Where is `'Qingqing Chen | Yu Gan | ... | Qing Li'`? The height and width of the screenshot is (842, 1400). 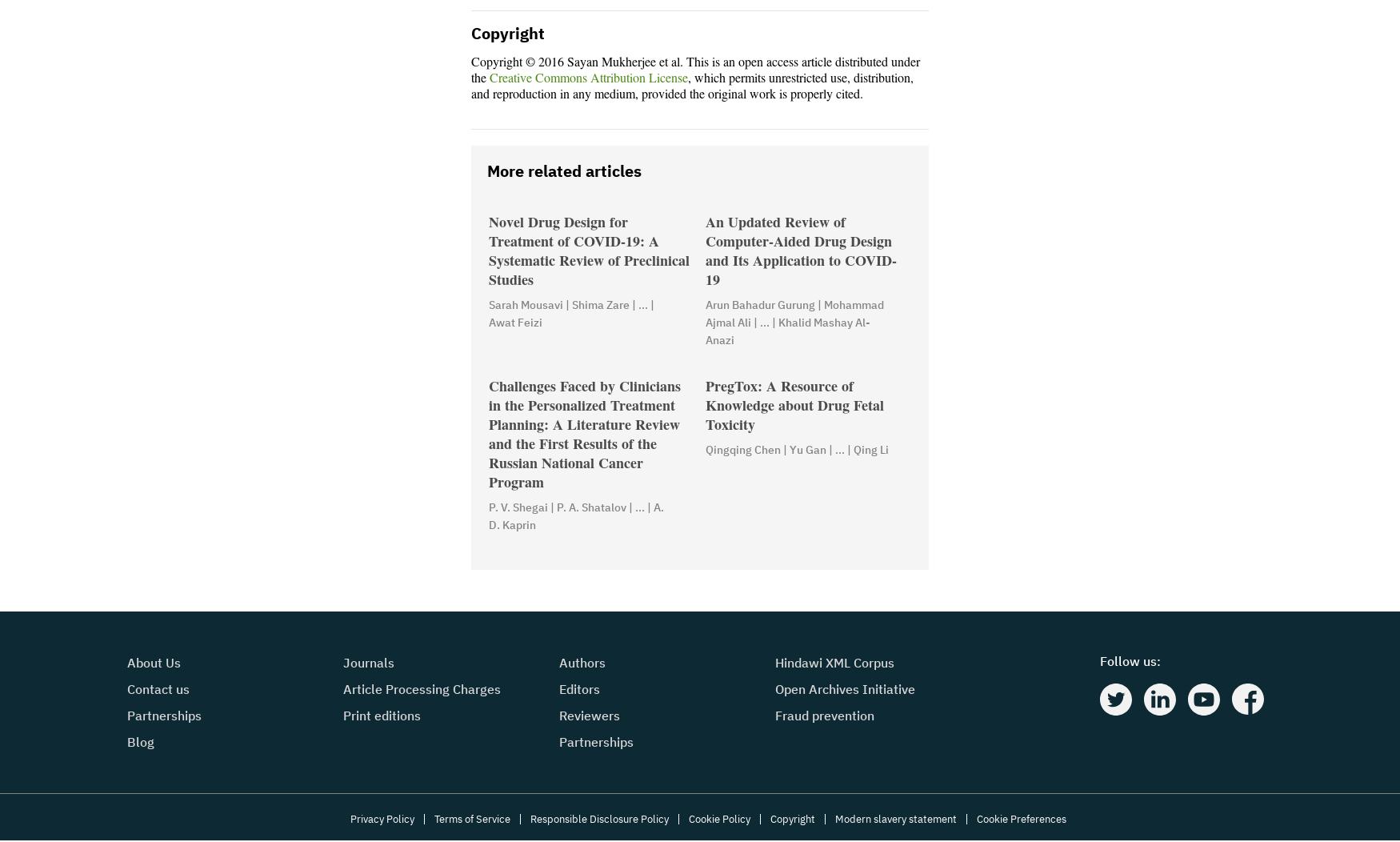 'Qingqing Chen | Yu Gan | ... | Qing Li' is located at coordinates (797, 451).